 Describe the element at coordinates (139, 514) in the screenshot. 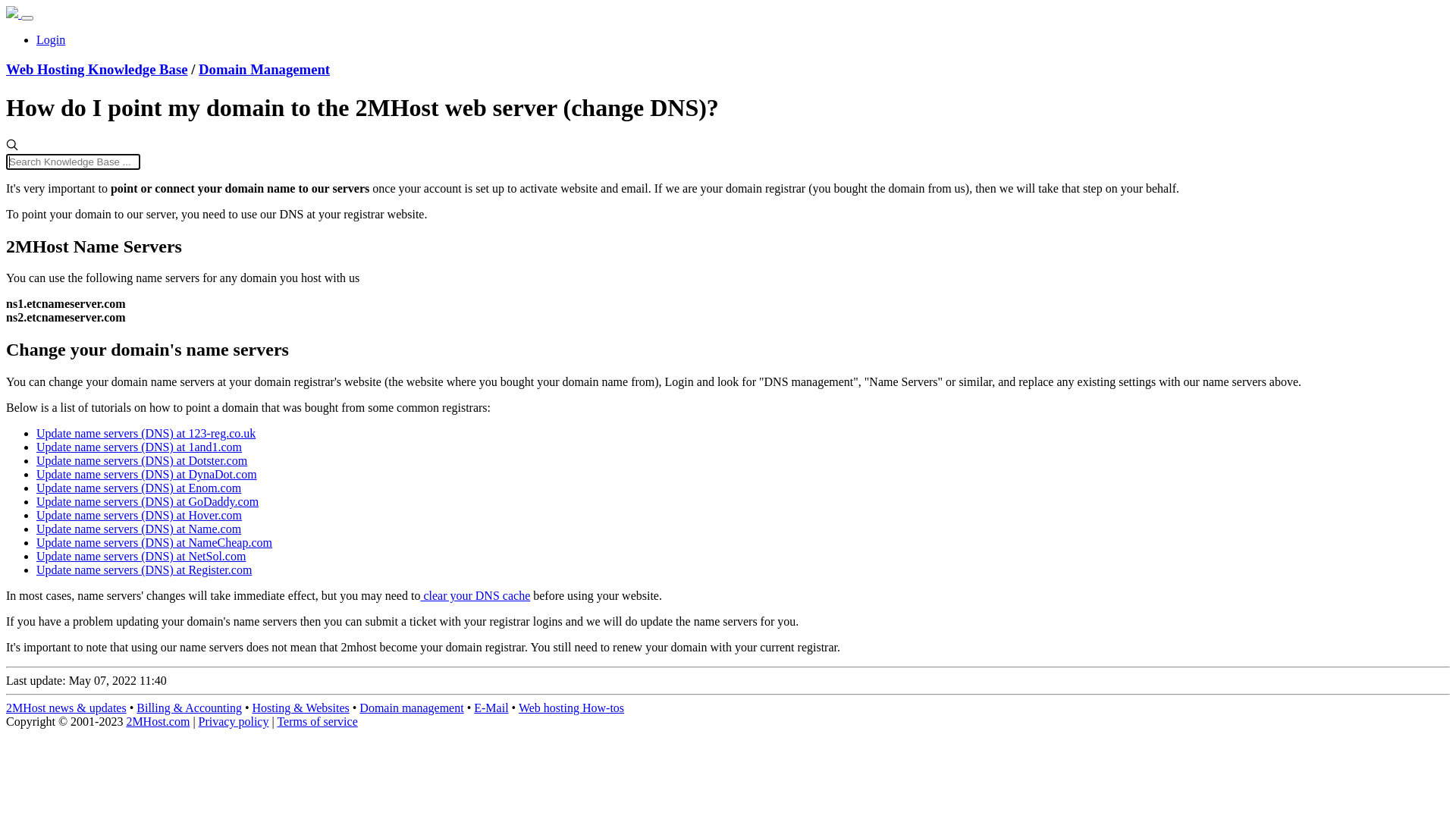

I see `'Update name servers (DNS) at Hover.com'` at that location.